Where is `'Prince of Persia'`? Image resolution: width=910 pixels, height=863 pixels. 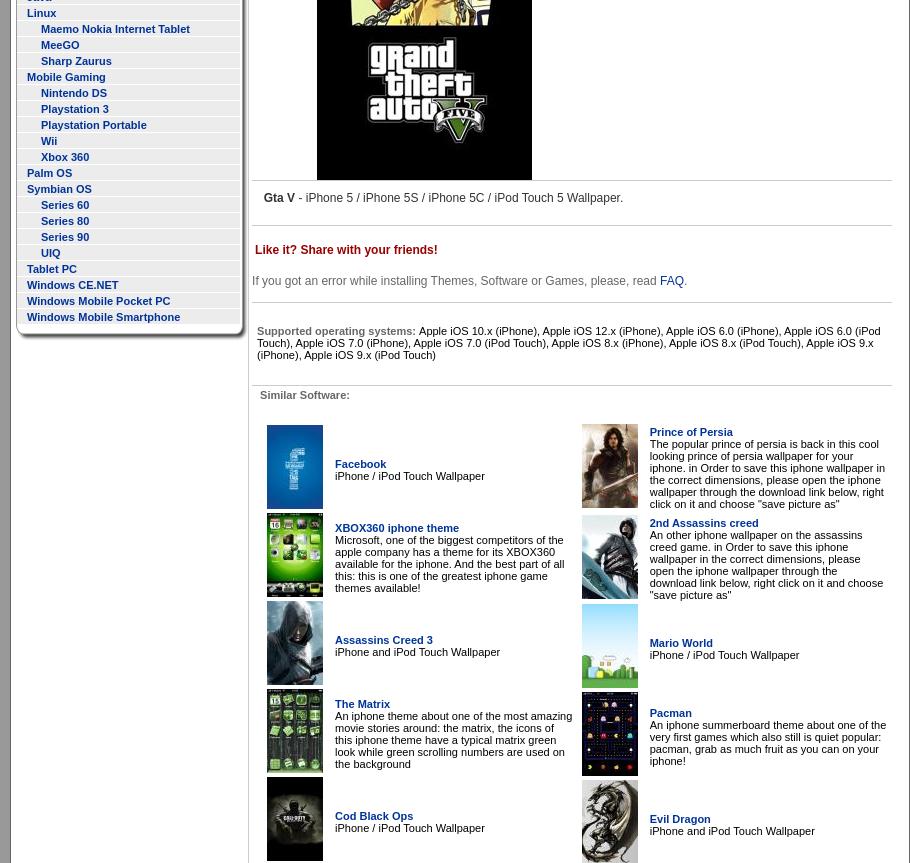
'Prince of Persia' is located at coordinates (690, 432).